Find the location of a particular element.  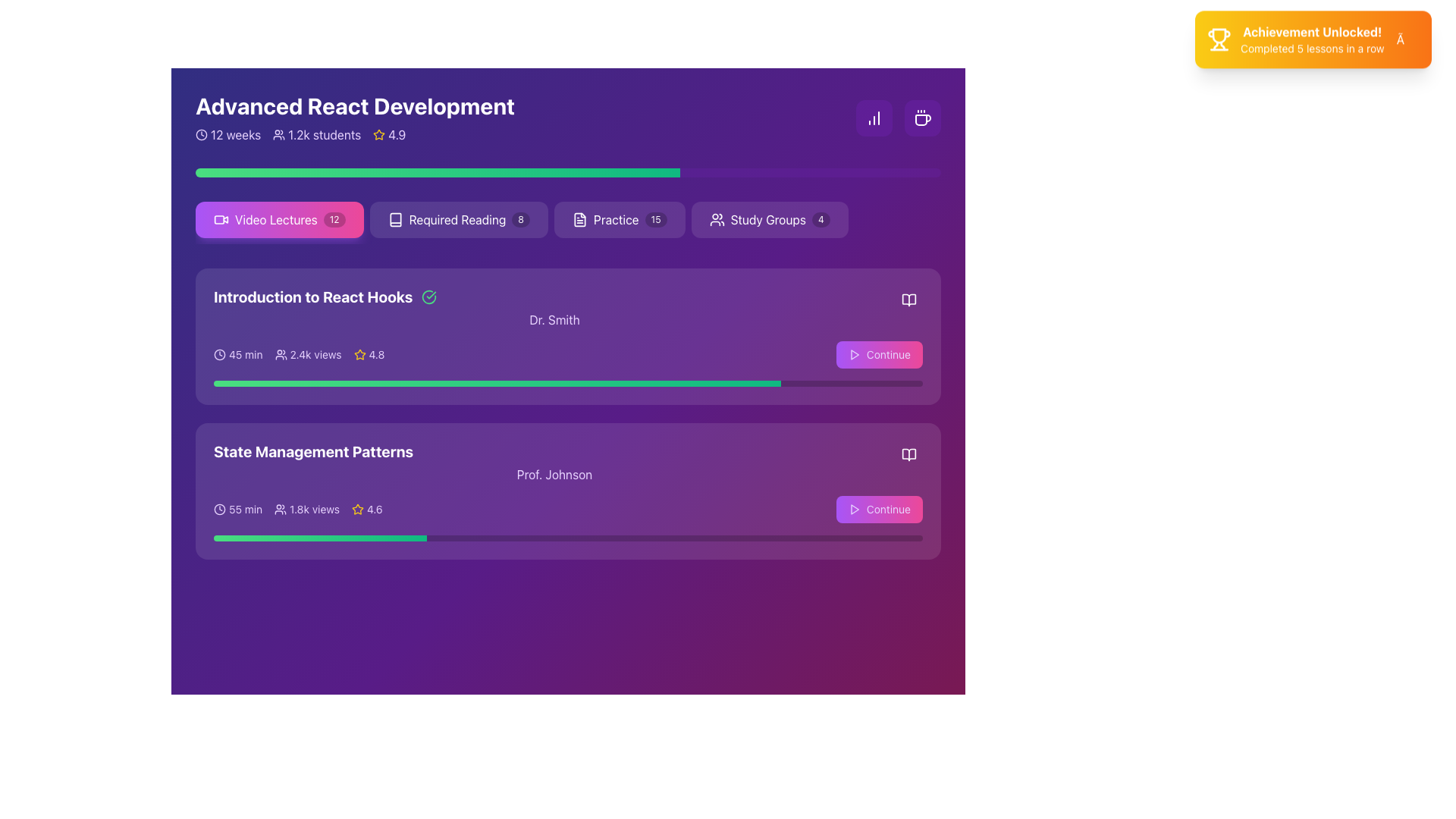

the static informational text displaying '12 weeks' with a clock icon, located at the top-left corner under 'Advanced React Development' is located at coordinates (227, 133).